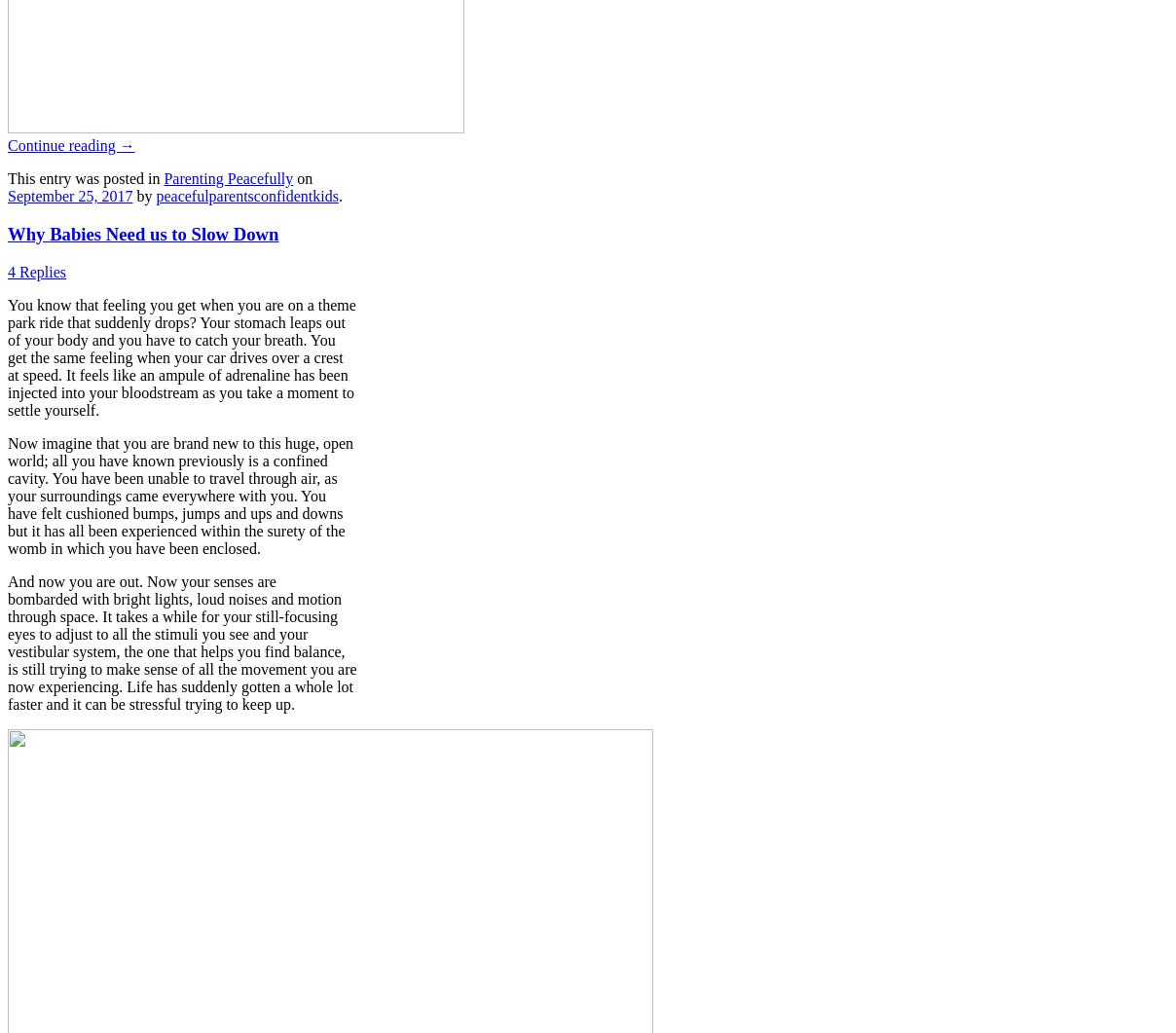 This screenshot has height=1033, width=1176. I want to click on 'peacefulparentsconfidentkids', so click(246, 195).